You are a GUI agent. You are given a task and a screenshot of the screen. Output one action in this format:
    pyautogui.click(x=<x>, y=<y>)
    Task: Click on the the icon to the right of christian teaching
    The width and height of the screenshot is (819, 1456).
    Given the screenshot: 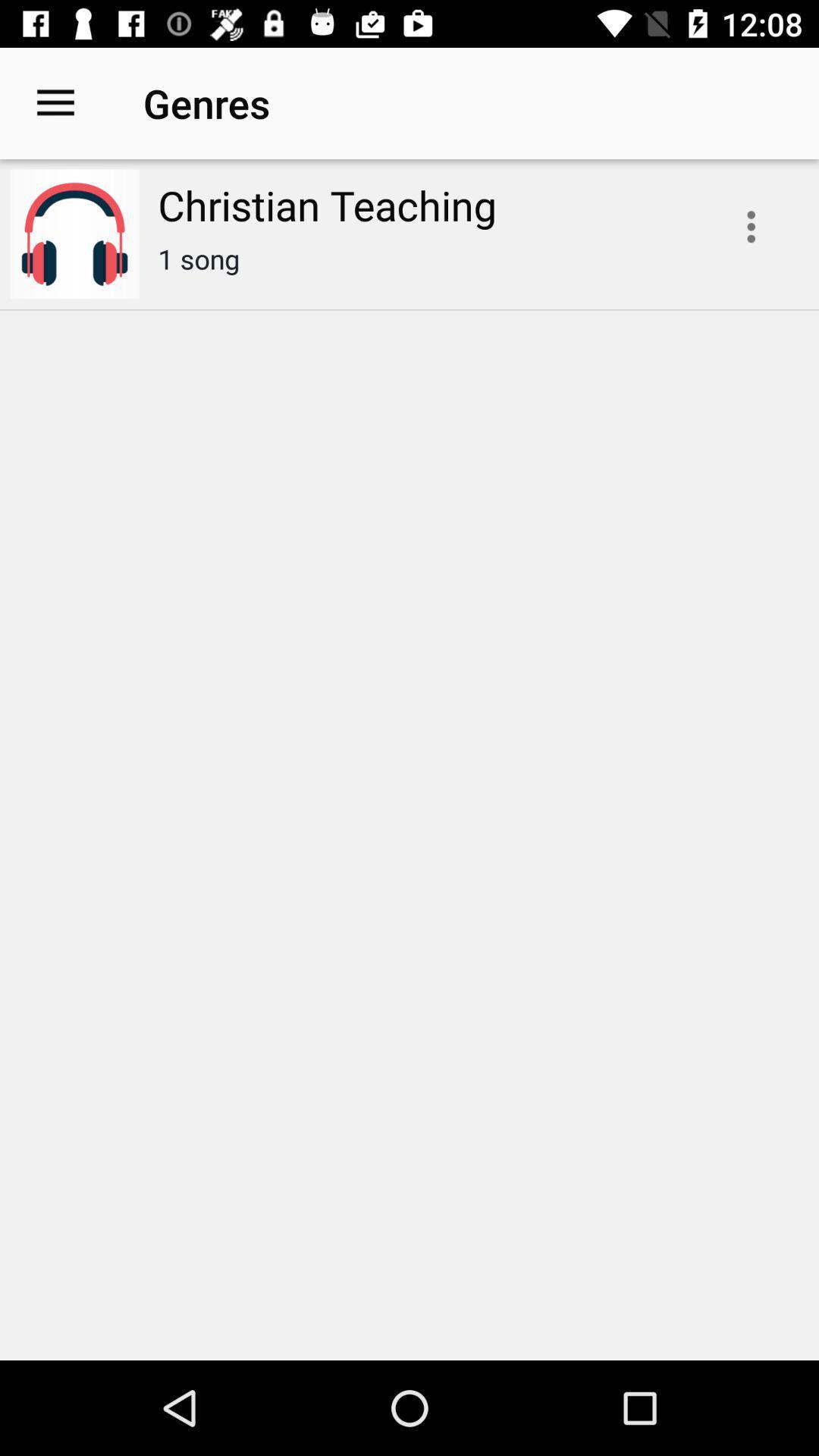 What is the action you would take?
    pyautogui.click(x=751, y=226)
    